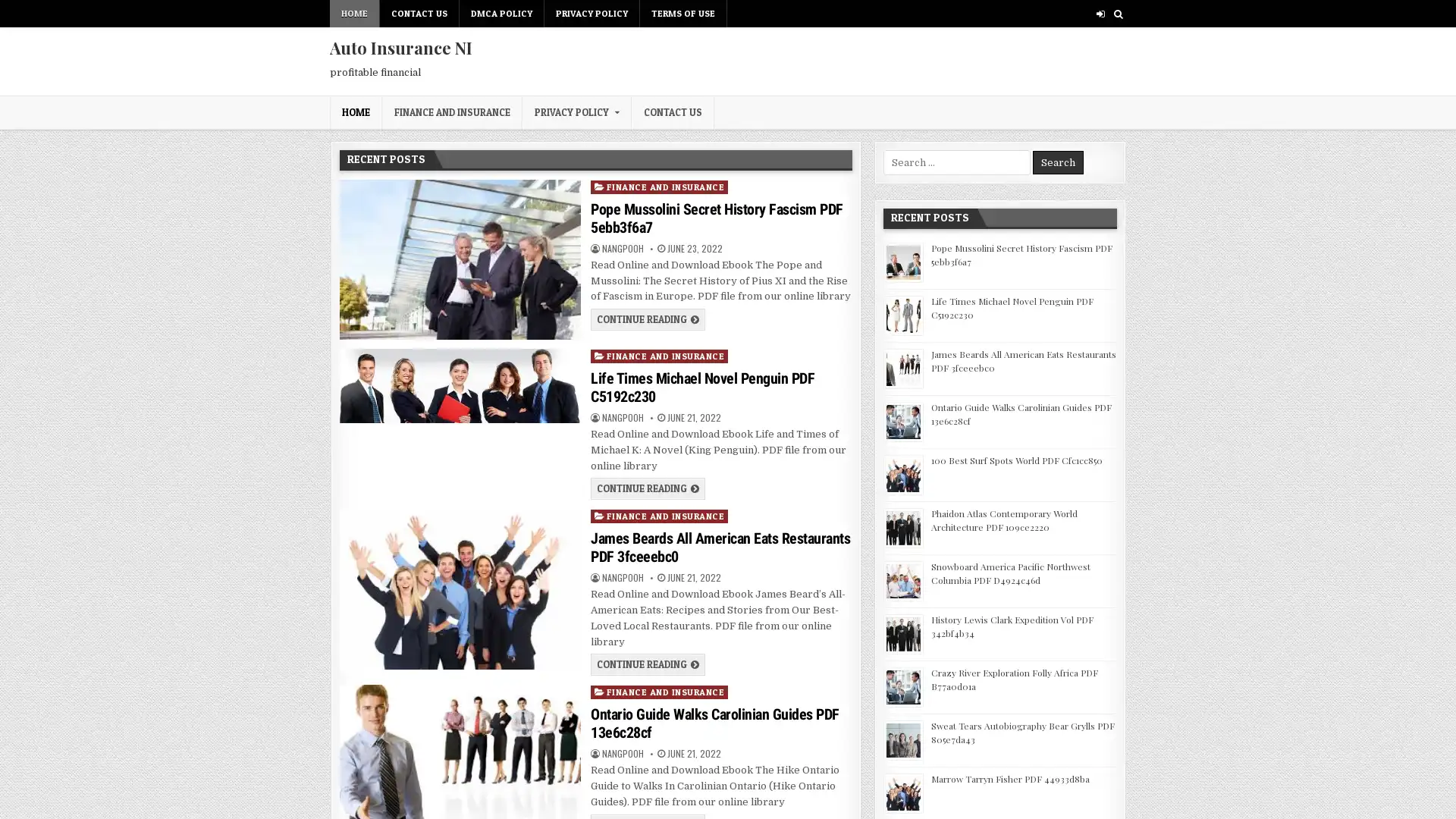  I want to click on Search, so click(1057, 162).